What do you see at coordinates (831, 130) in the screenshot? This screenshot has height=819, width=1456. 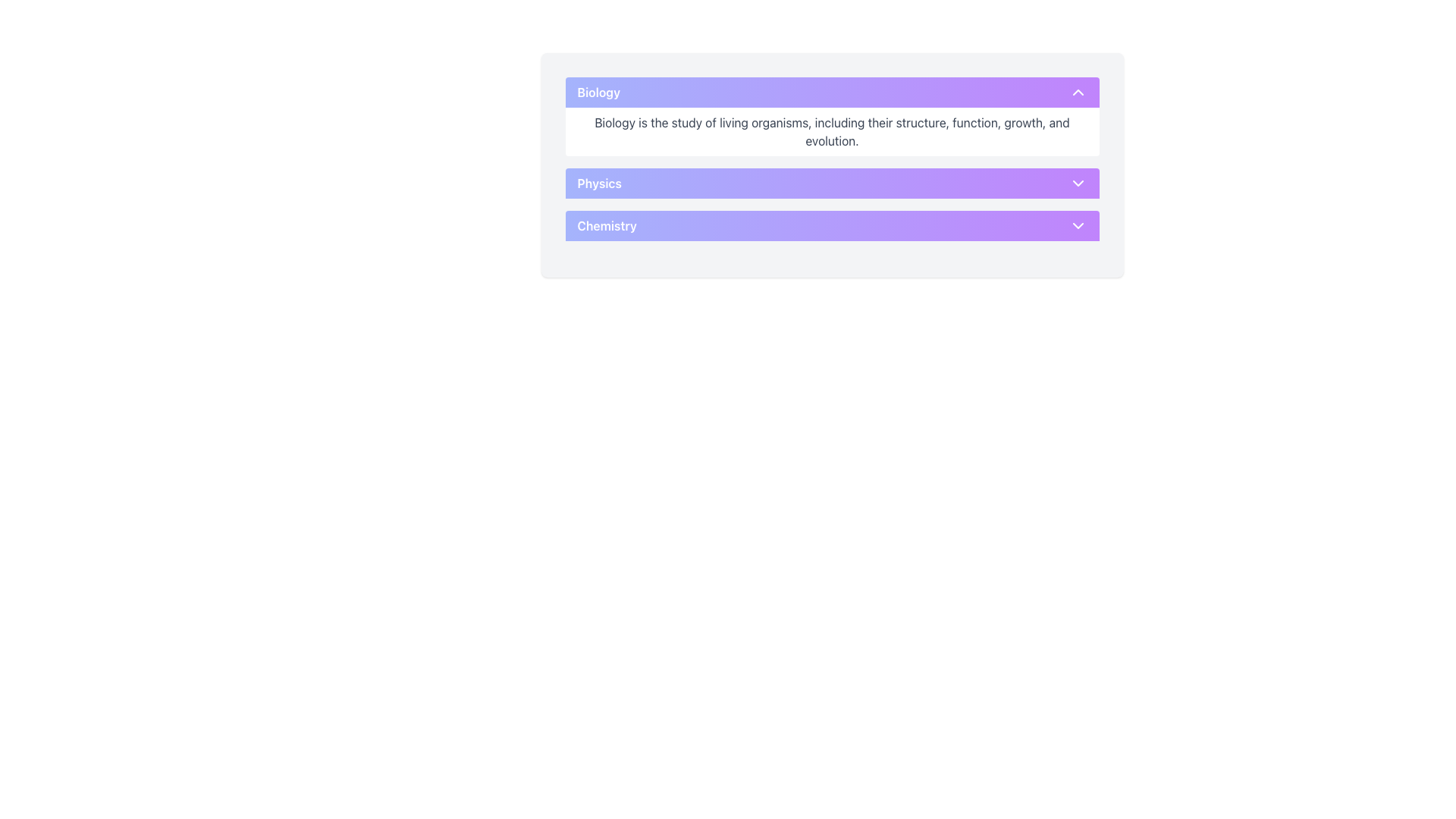 I see `the text block containing the description 'Biology is the study of living organisms, including their structure, function, growth, and evolution.' which is styled with a white background and gray text, located below the 'Biology' header` at bounding box center [831, 130].